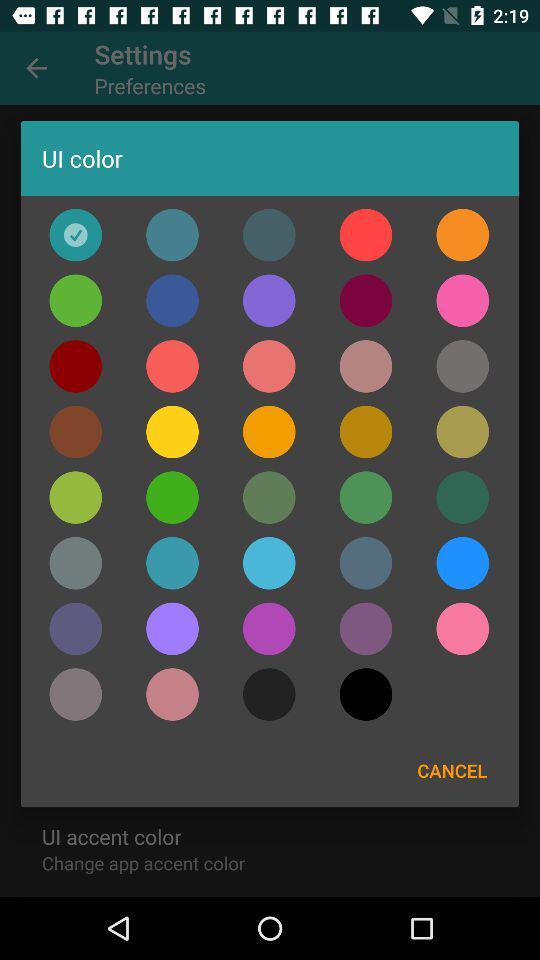 Image resolution: width=540 pixels, height=960 pixels. Describe the element at coordinates (269, 235) in the screenshot. I see `blue-gray ui color` at that location.